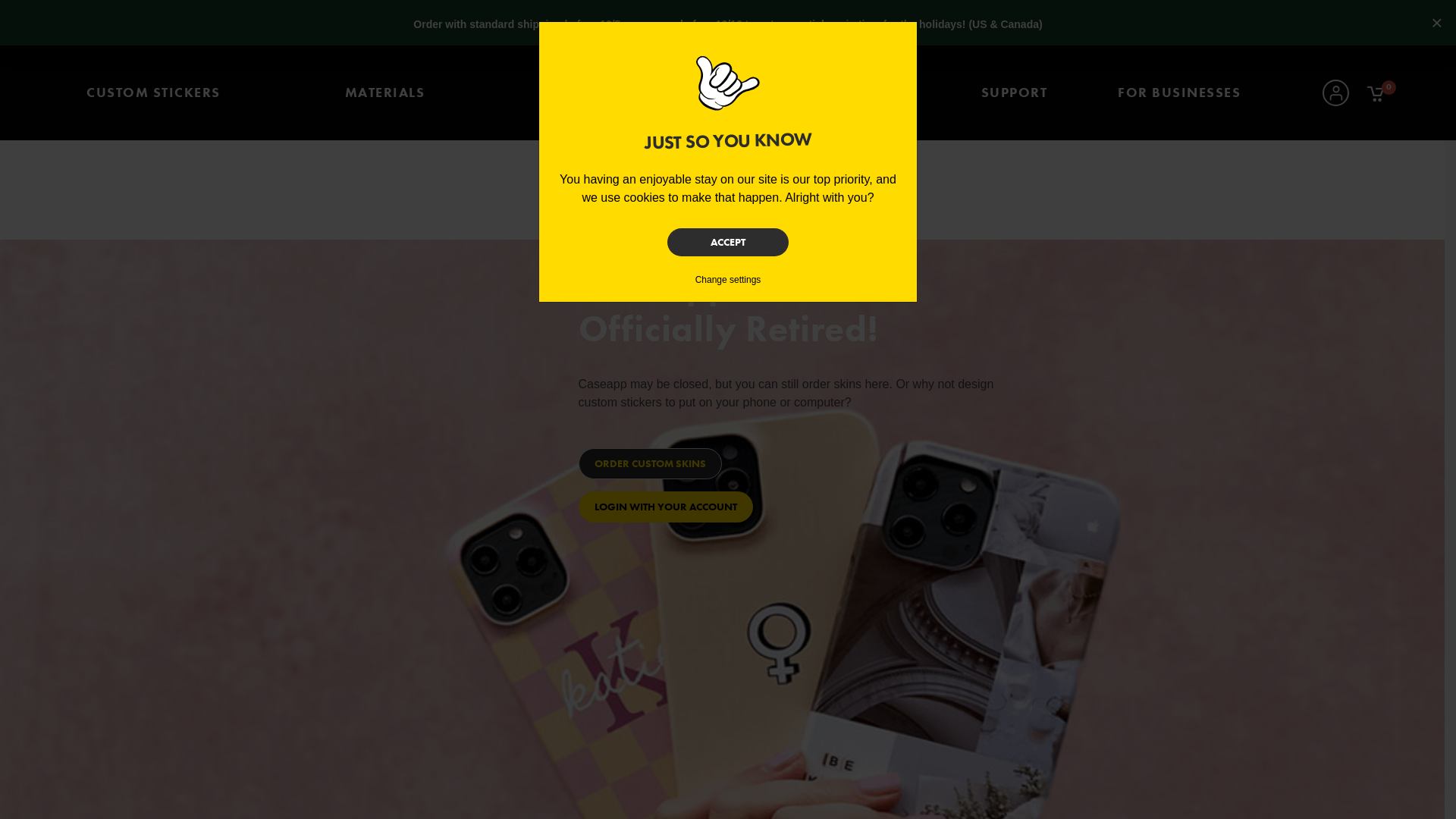 Image resolution: width=1456 pixels, height=819 pixels. What do you see at coordinates (728, 280) in the screenshot?
I see `'Change settings'` at bounding box center [728, 280].